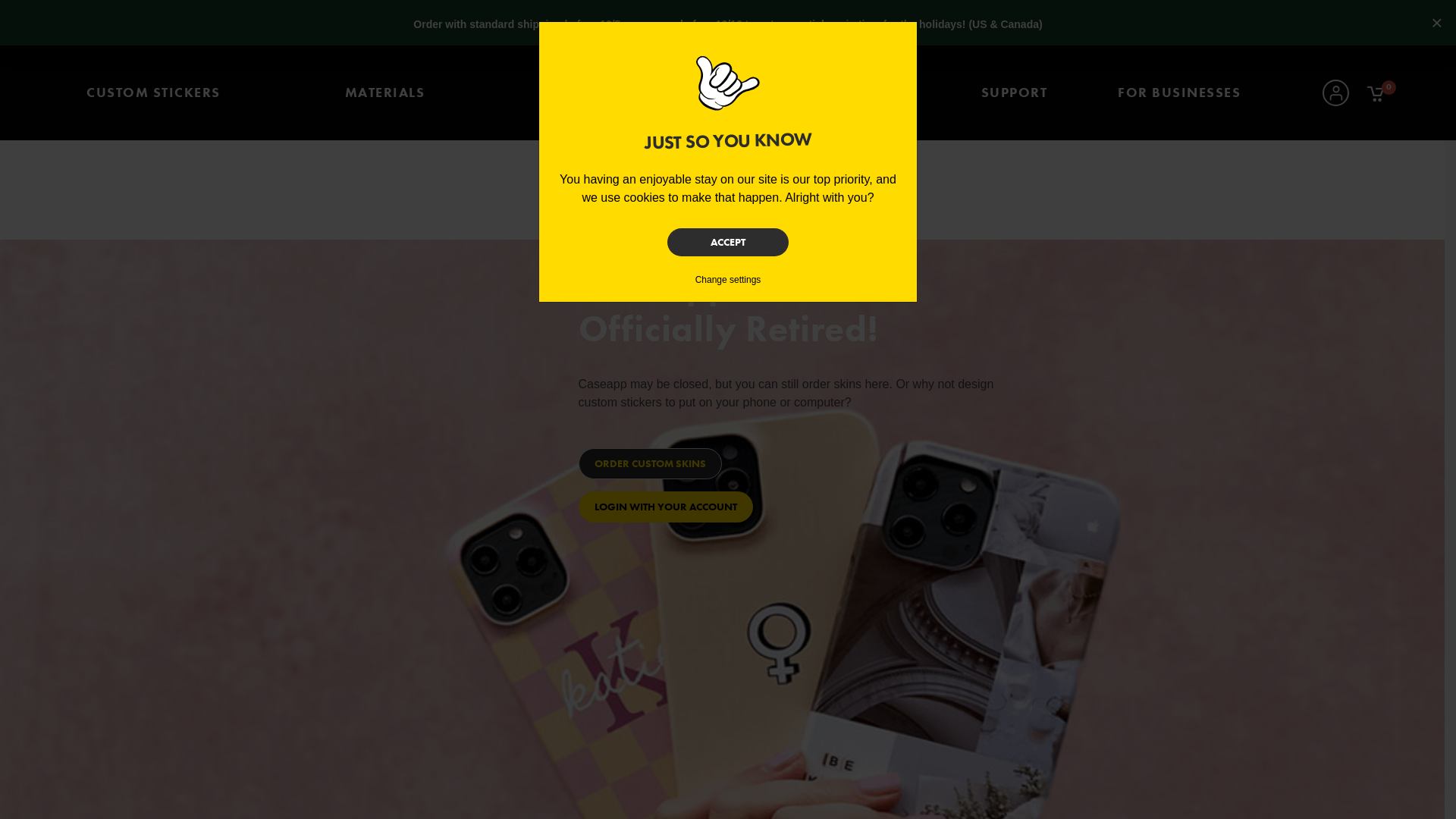 Image resolution: width=1456 pixels, height=819 pixels. What do you see at coordinates (728, 280) in the screenshot?
I see `'Change settings'` at bounding box center [728, 280].